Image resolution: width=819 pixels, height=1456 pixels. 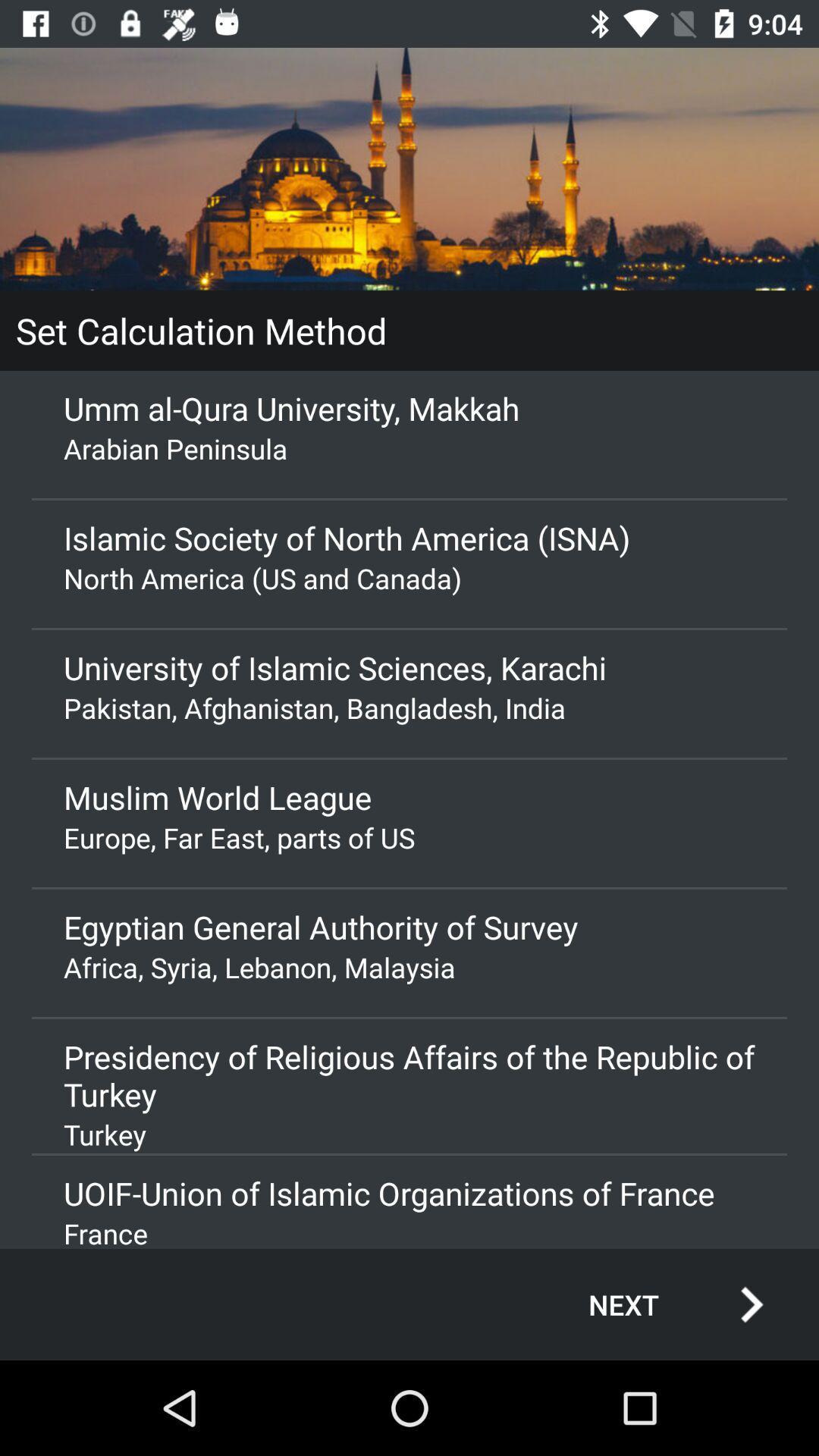 I want to click on icon below the turkey app, so click(x=409, y=1192).